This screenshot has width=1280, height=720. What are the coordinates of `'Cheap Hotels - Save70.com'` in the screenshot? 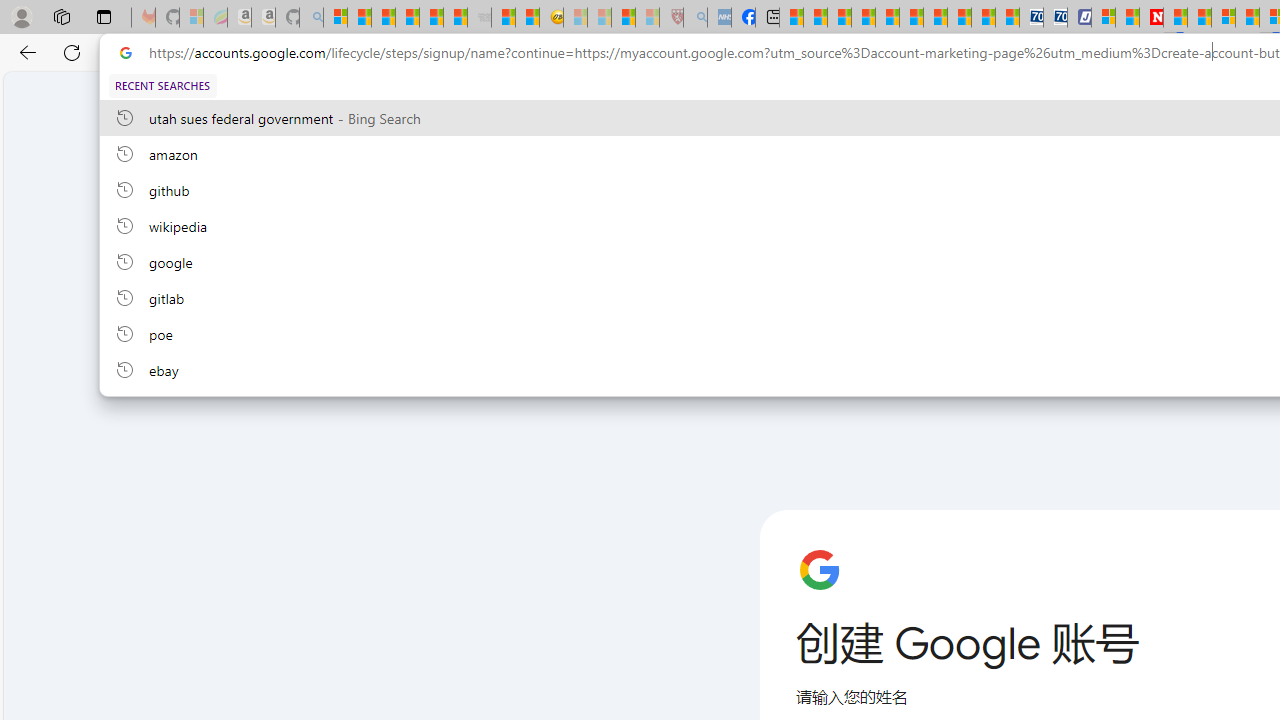 It's located at (1055, 17).